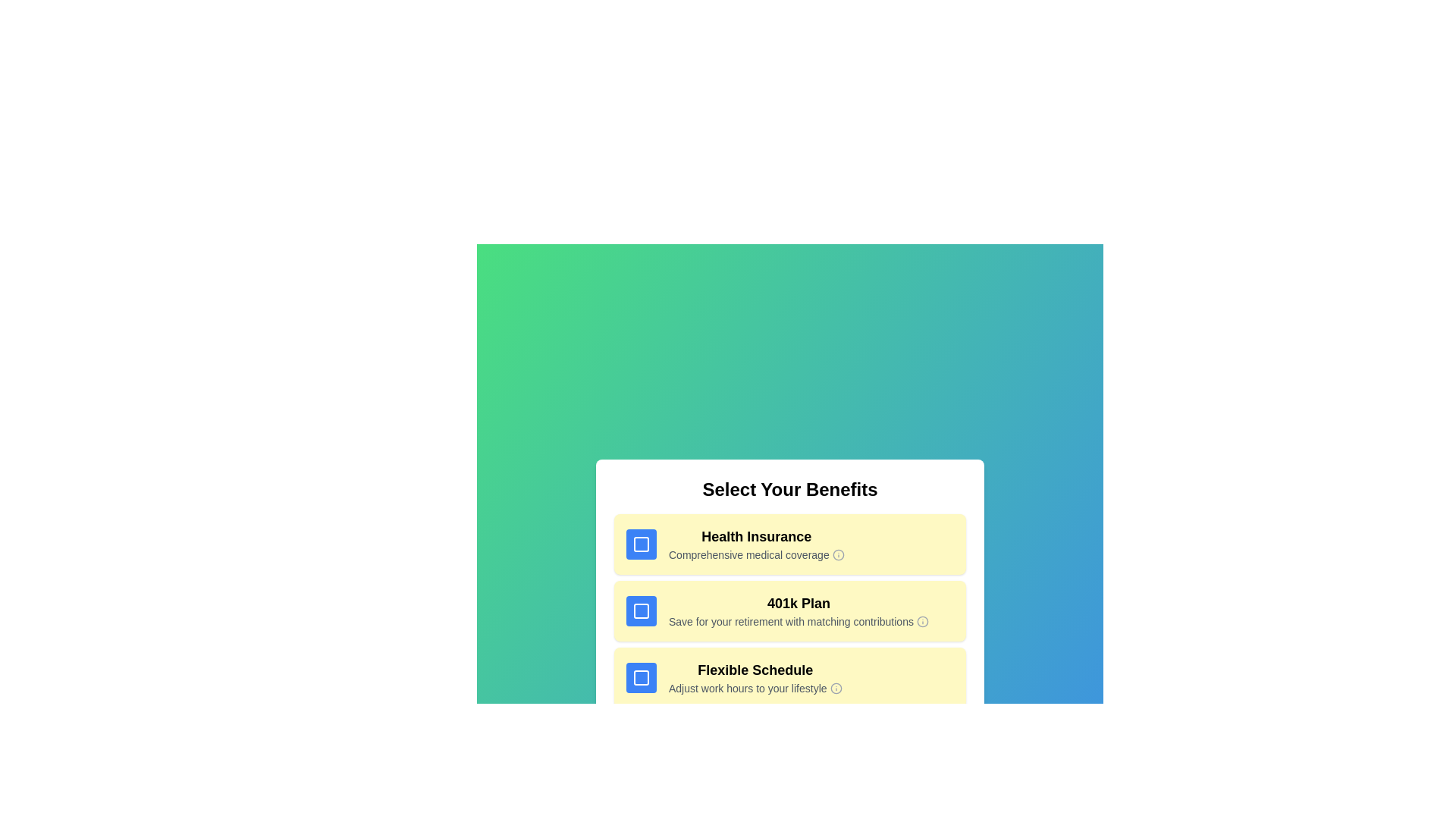  What do you see at coordinates (789, 543) in the screenshot?
I see `the benefit item corresponding to Health Insurance` at bounding box center [789, 543].